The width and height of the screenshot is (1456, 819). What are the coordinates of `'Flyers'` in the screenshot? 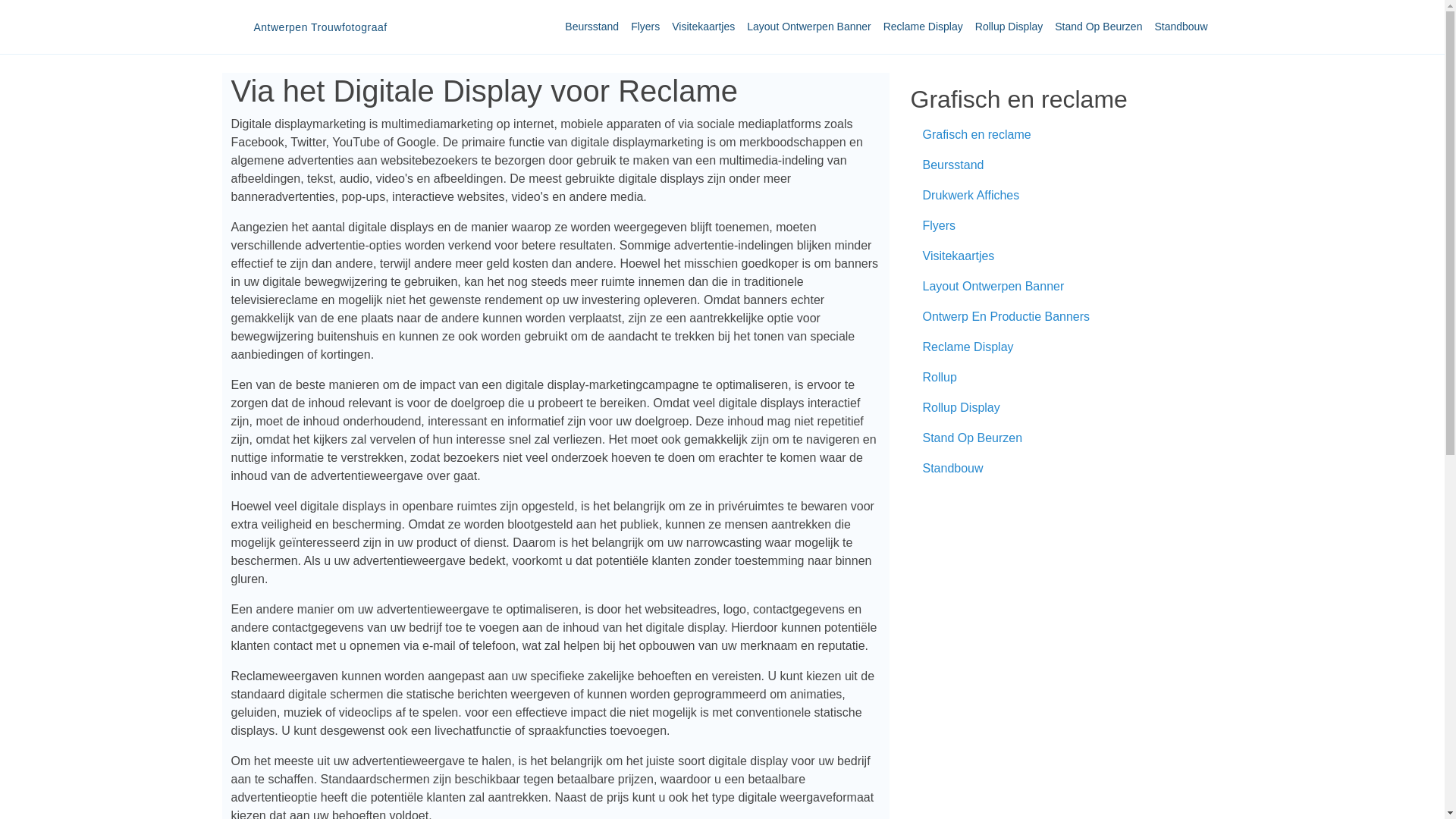 It's located at (910, 225).